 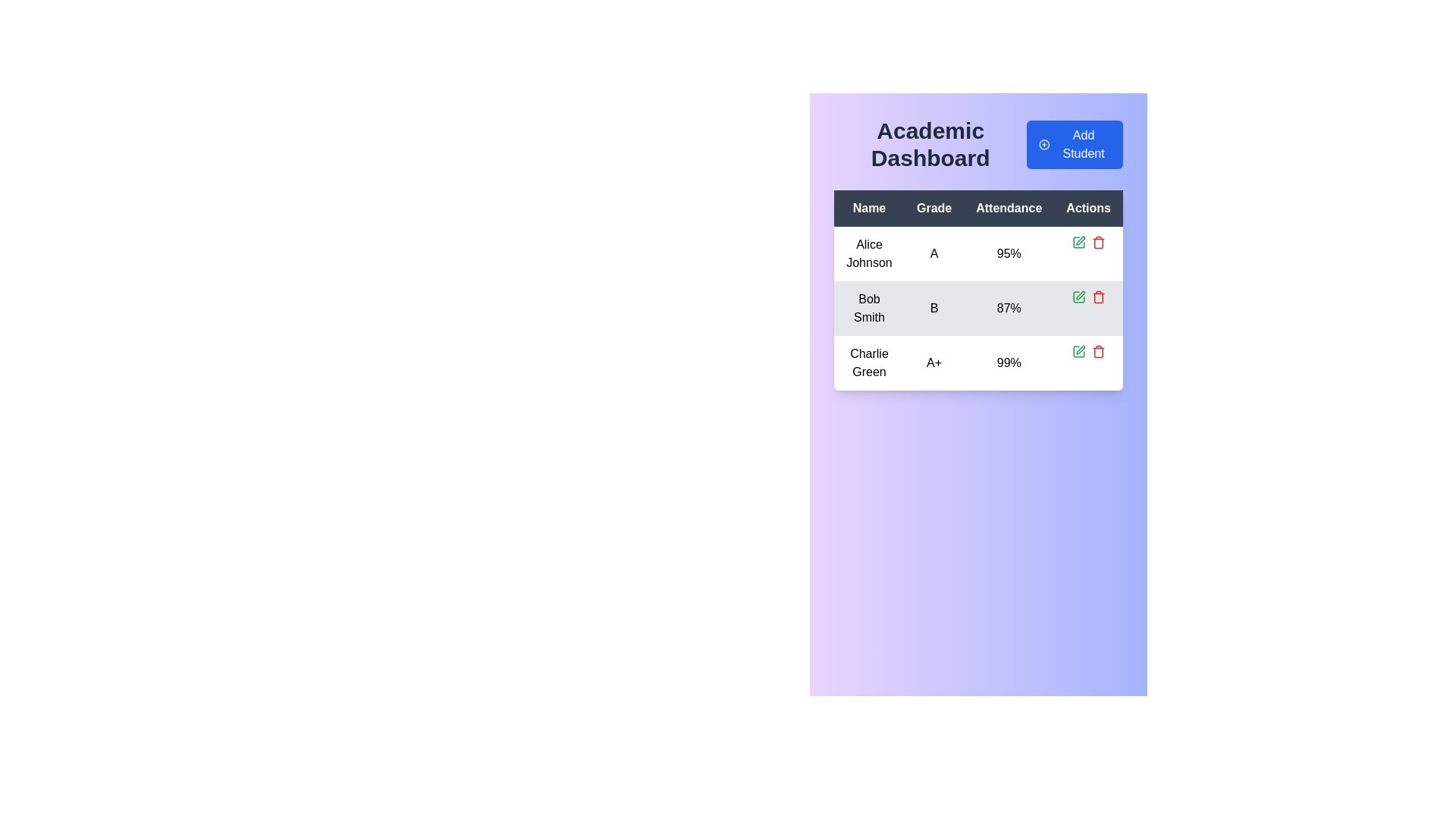 What do you see at coordinates (1078, 297) in the screenshot?
I see `the green pen-shaped icon located in the 'Actions' column of the second row for the entry 'Bob Smith' to initiate an edit action` at bounding box center [1078, 297].